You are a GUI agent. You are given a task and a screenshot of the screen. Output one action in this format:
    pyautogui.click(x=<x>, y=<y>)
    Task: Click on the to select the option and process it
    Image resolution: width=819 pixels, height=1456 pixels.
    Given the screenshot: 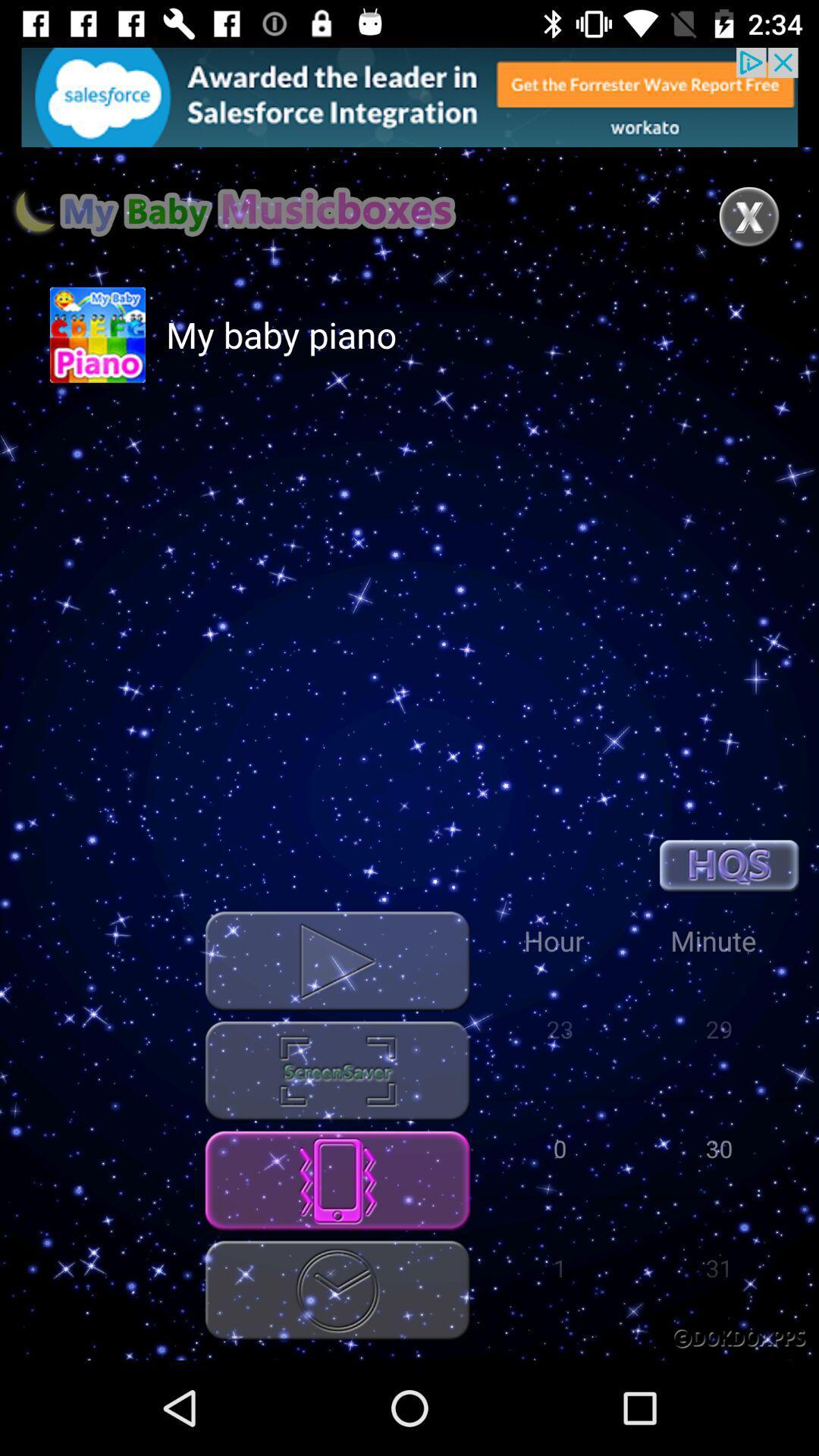 What is the action you would take?
    pyautogui.click(x=337, y=1070)
    